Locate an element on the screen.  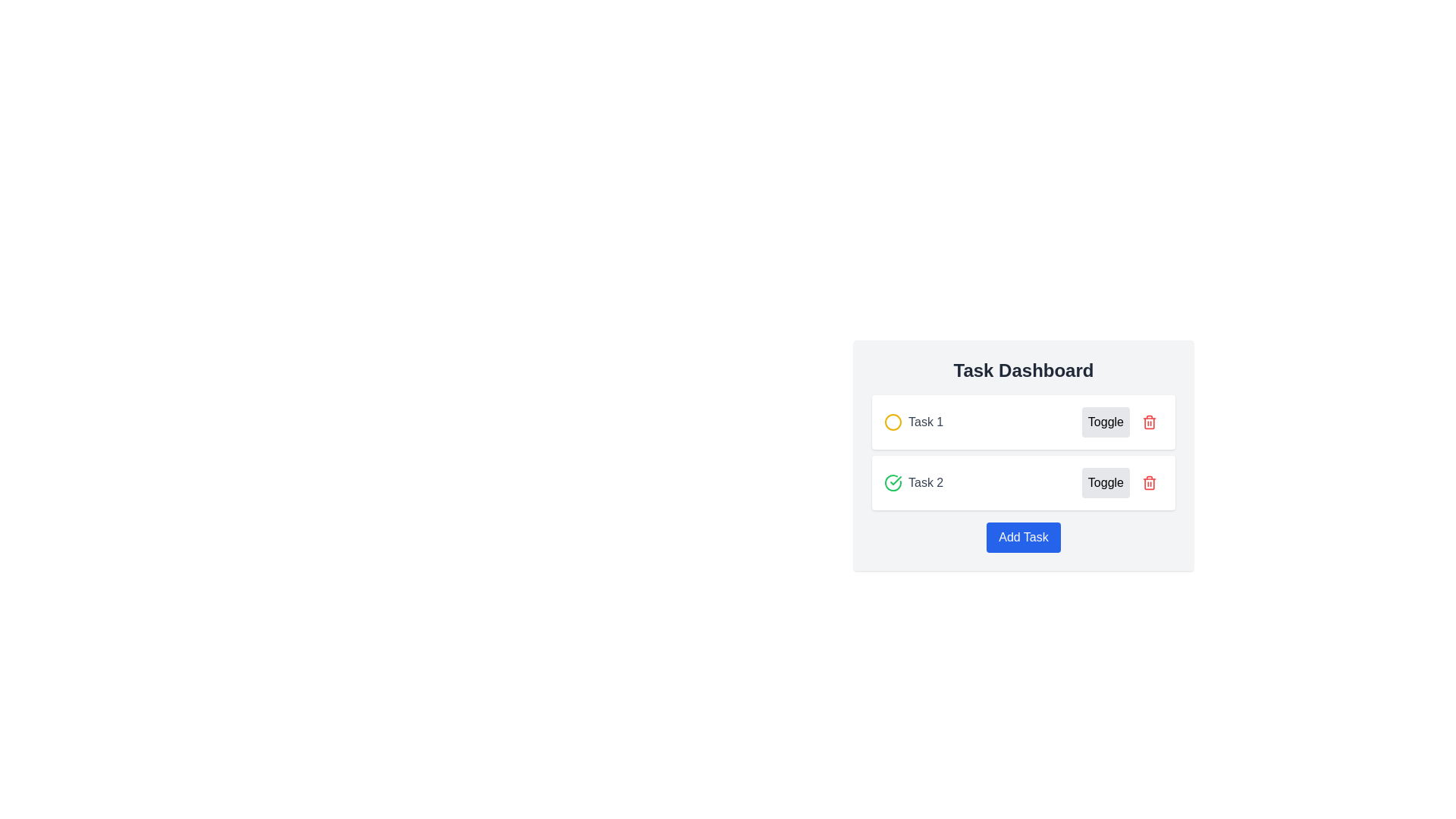
text label that displays 'Task 1', which is styled with a gray font color and positioned right next to a yellow circular icon indicating a pending task status is located at coordinates (925, 422).